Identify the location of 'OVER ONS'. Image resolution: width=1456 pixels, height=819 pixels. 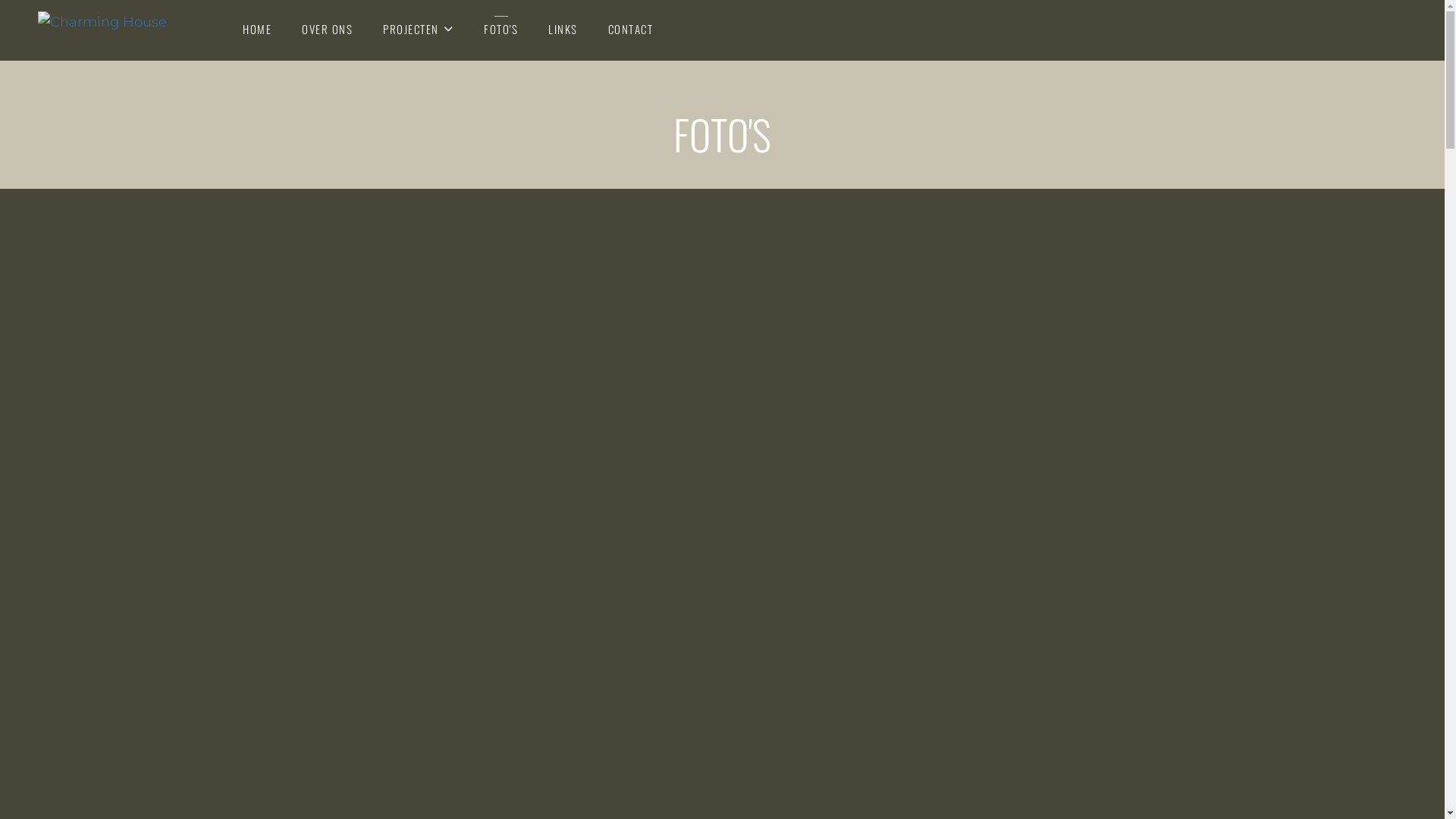
(326, 29).